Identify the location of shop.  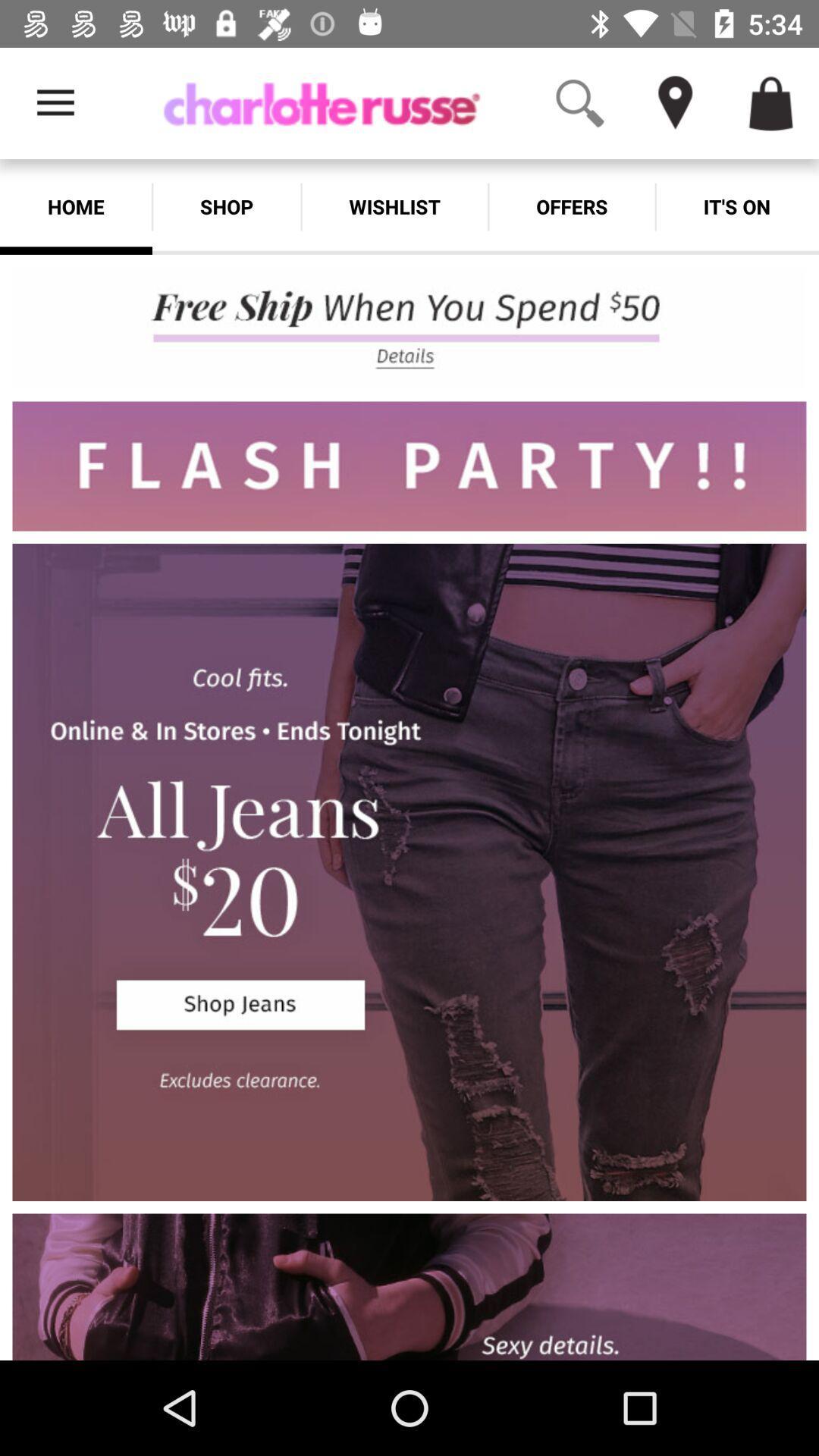
(227, 206).